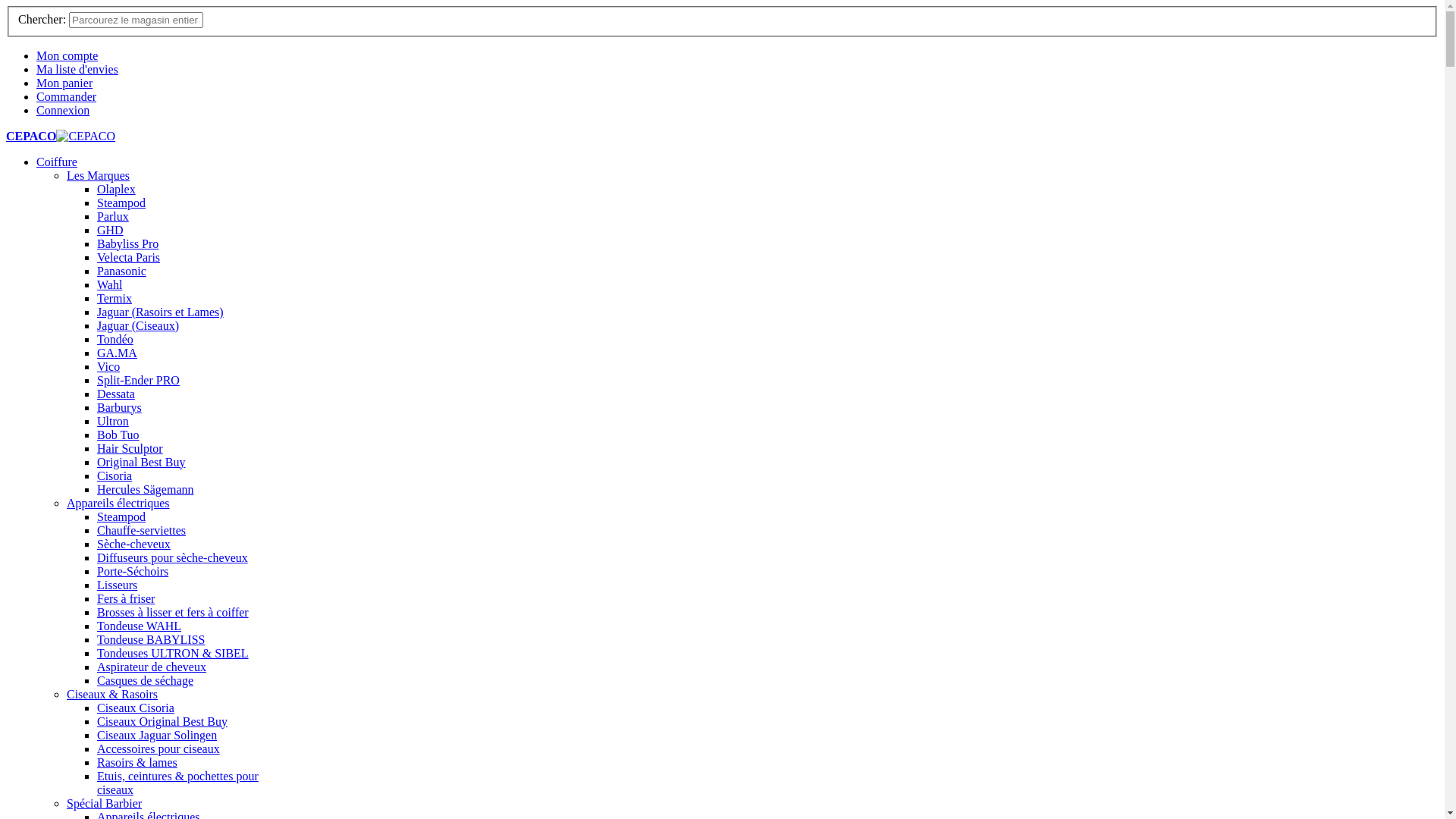  What do you see at coordinates (65, 96) in the screenshot?
I see `'Commander'` at bounding box center [65, 96].